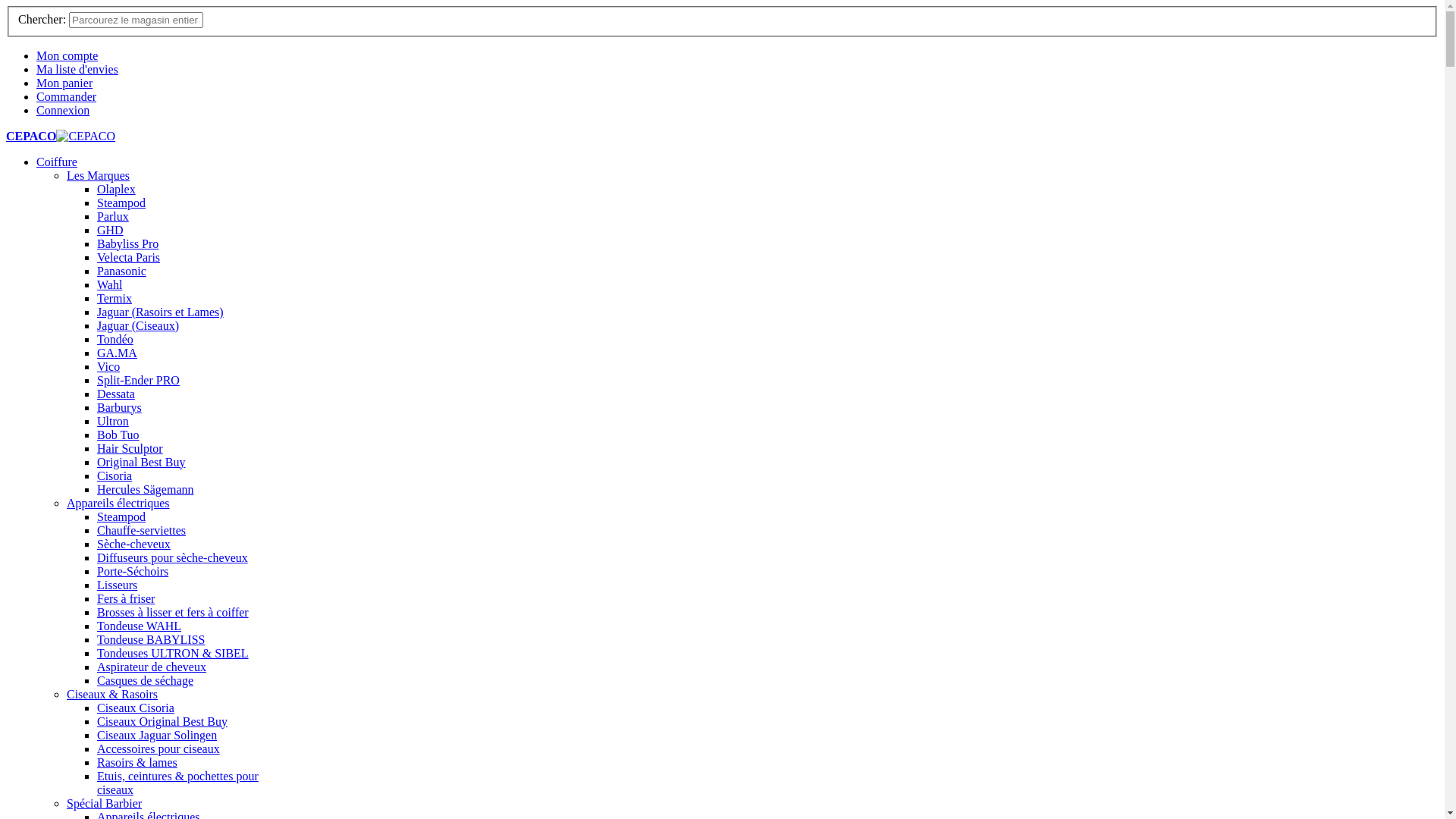  What do you see at coordinates (65, 96) in the screenshot?
I see `'Commander'` at bounding box center [65, 96].